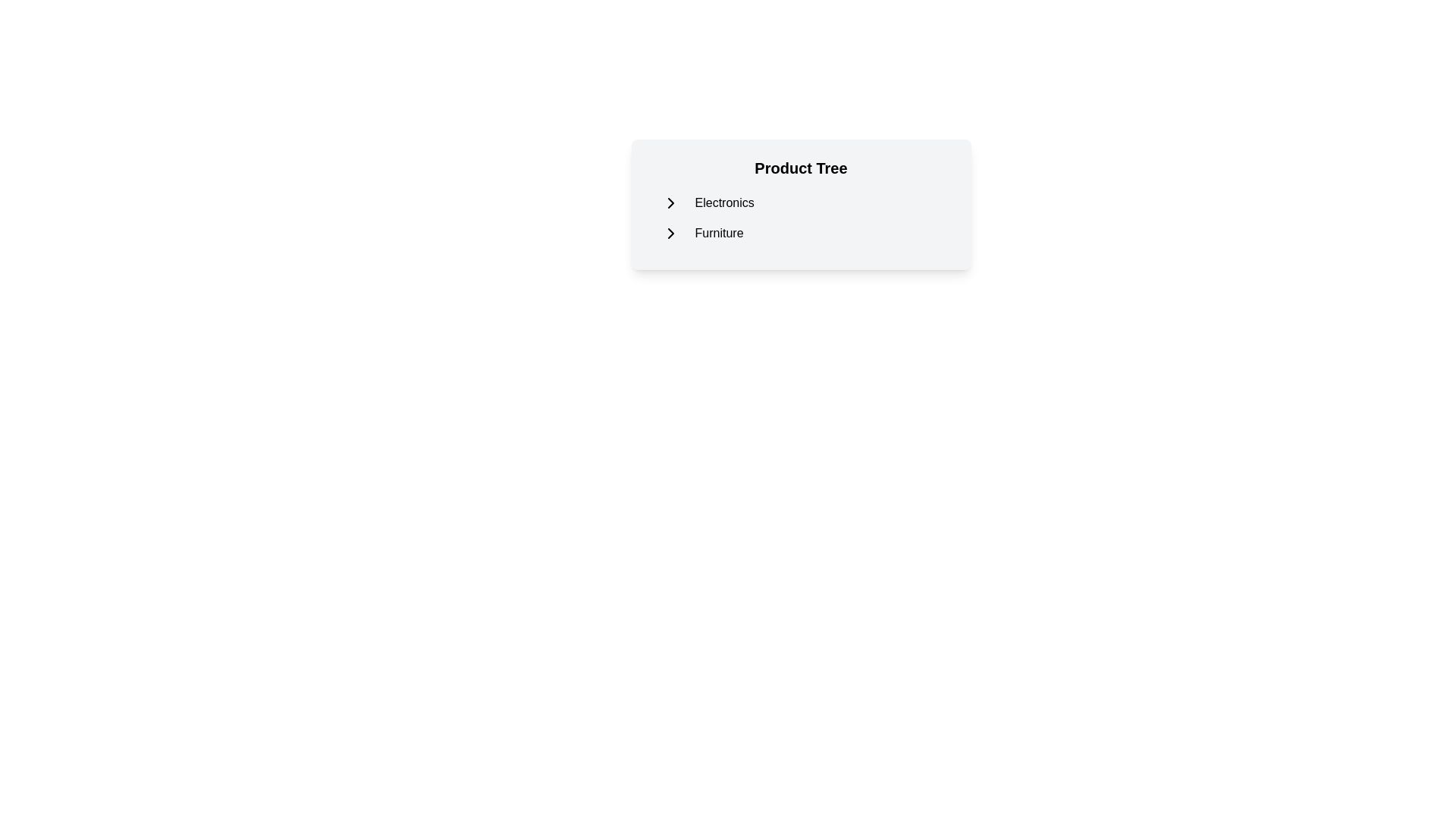 The height and width of the screenshot is (819, 1456). I want to click on the small chevron icon button styled as a right-pointing arrow, which is located to the left of the 'Electronics' text, so click(670, 202).